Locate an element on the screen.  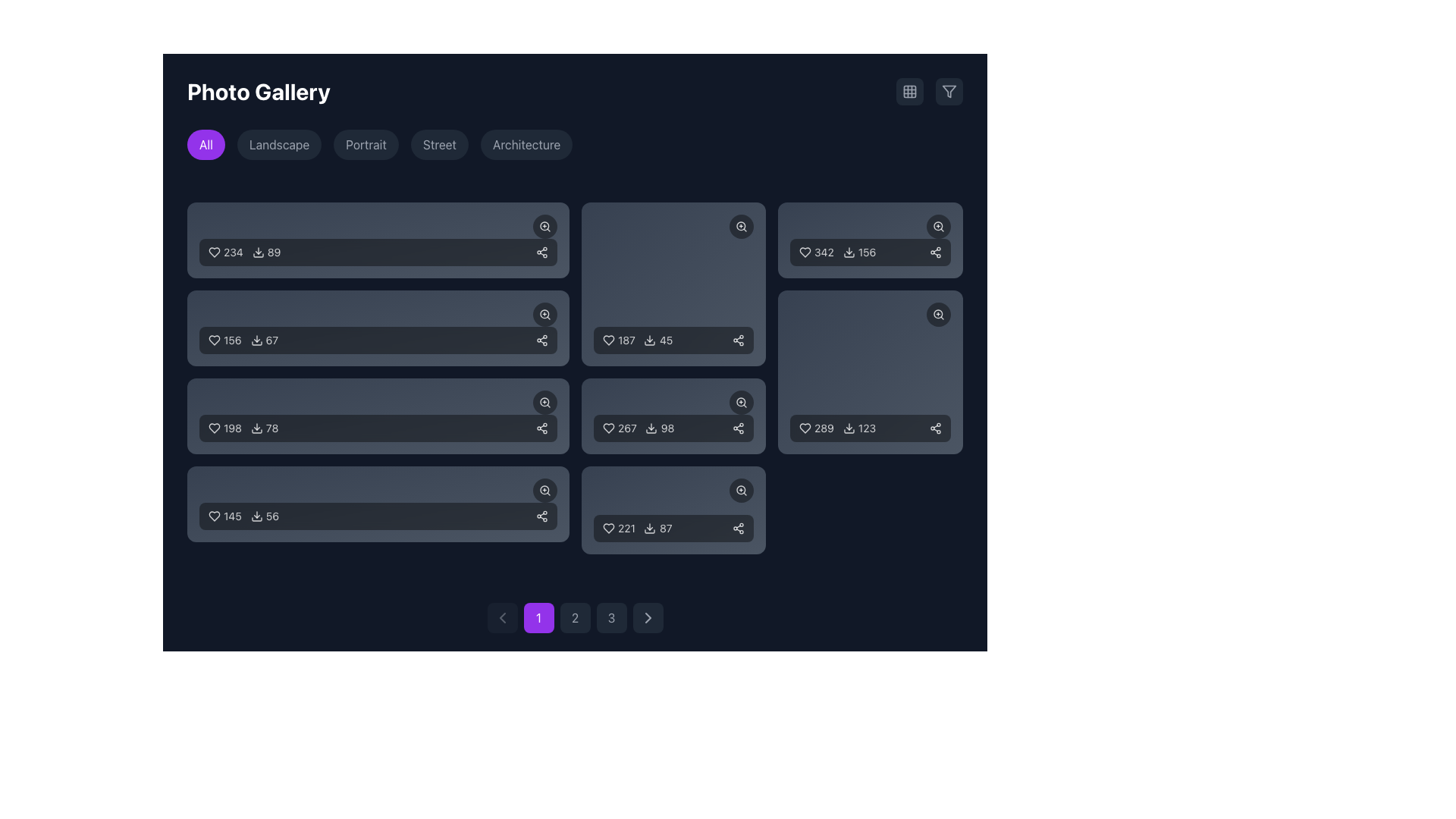
the numeric text label reading '342' that is styled with a smaller font size and located adjacent to a heart-shaped icon on its left, positioned within a card in the right column of a grid layout is located at coordinates (824, 251).